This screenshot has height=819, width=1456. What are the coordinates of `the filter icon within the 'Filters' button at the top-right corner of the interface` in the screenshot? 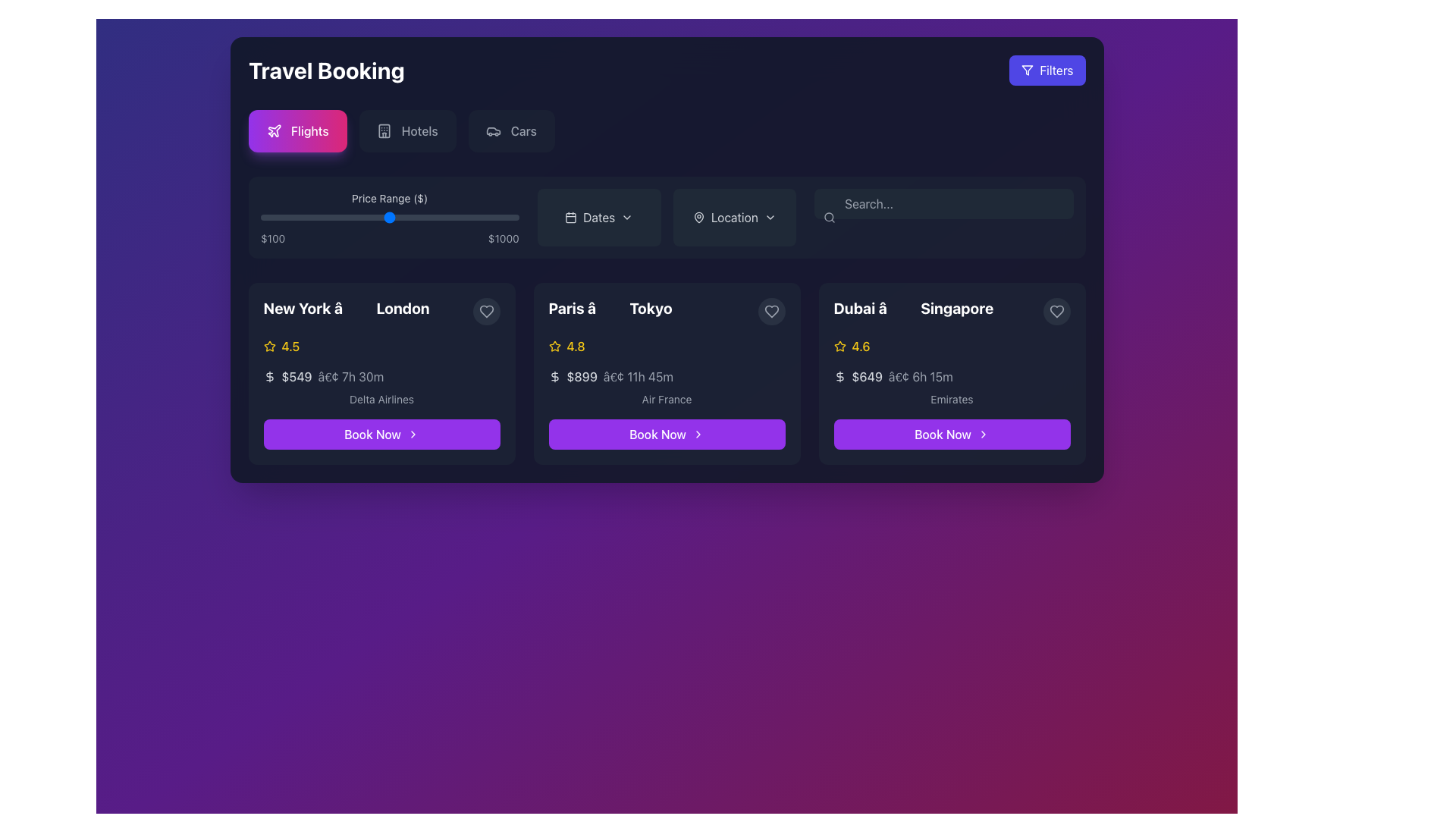 It's located at (1028, 70).